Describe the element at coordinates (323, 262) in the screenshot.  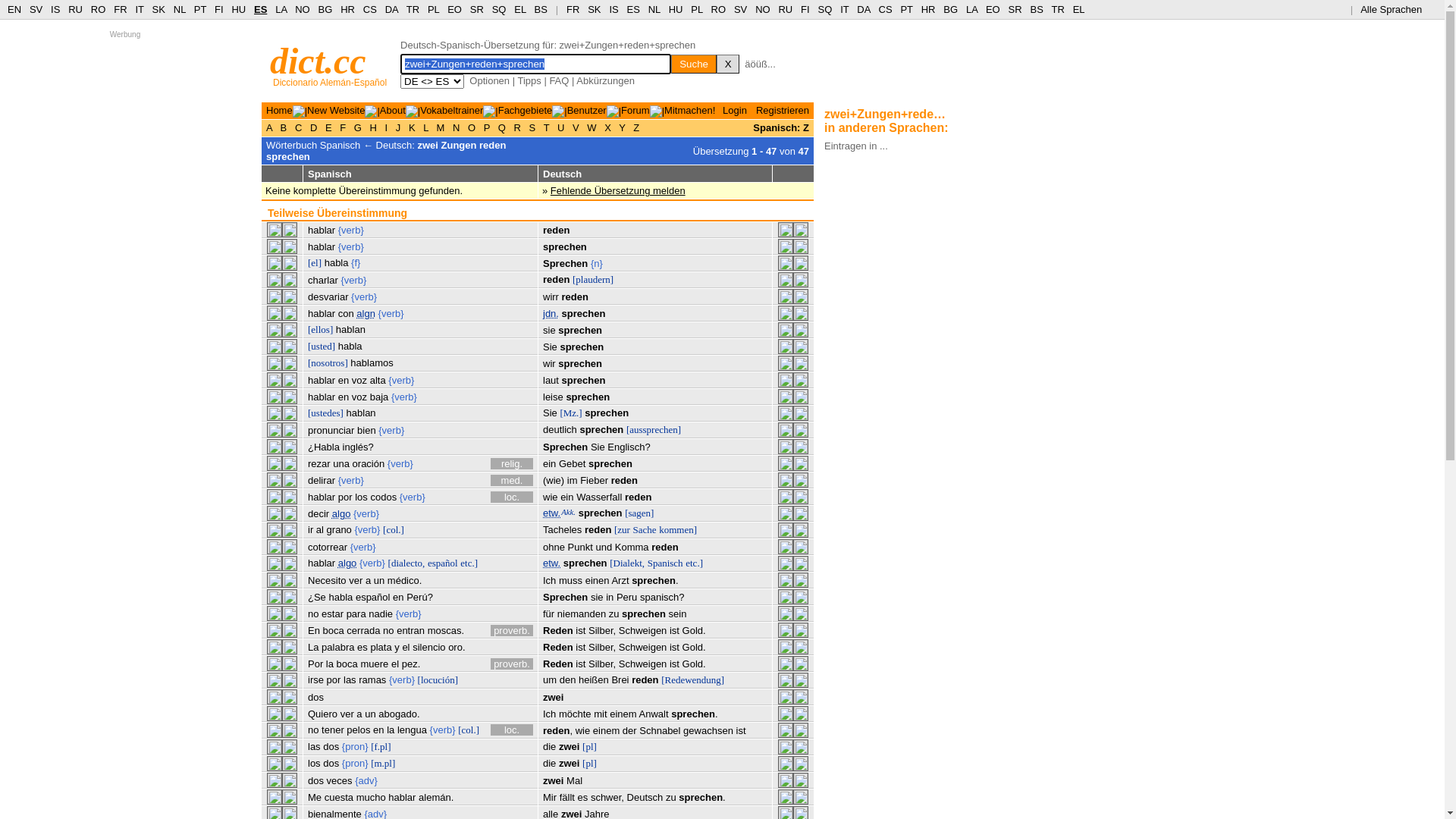
I see `'habla'` at that location.